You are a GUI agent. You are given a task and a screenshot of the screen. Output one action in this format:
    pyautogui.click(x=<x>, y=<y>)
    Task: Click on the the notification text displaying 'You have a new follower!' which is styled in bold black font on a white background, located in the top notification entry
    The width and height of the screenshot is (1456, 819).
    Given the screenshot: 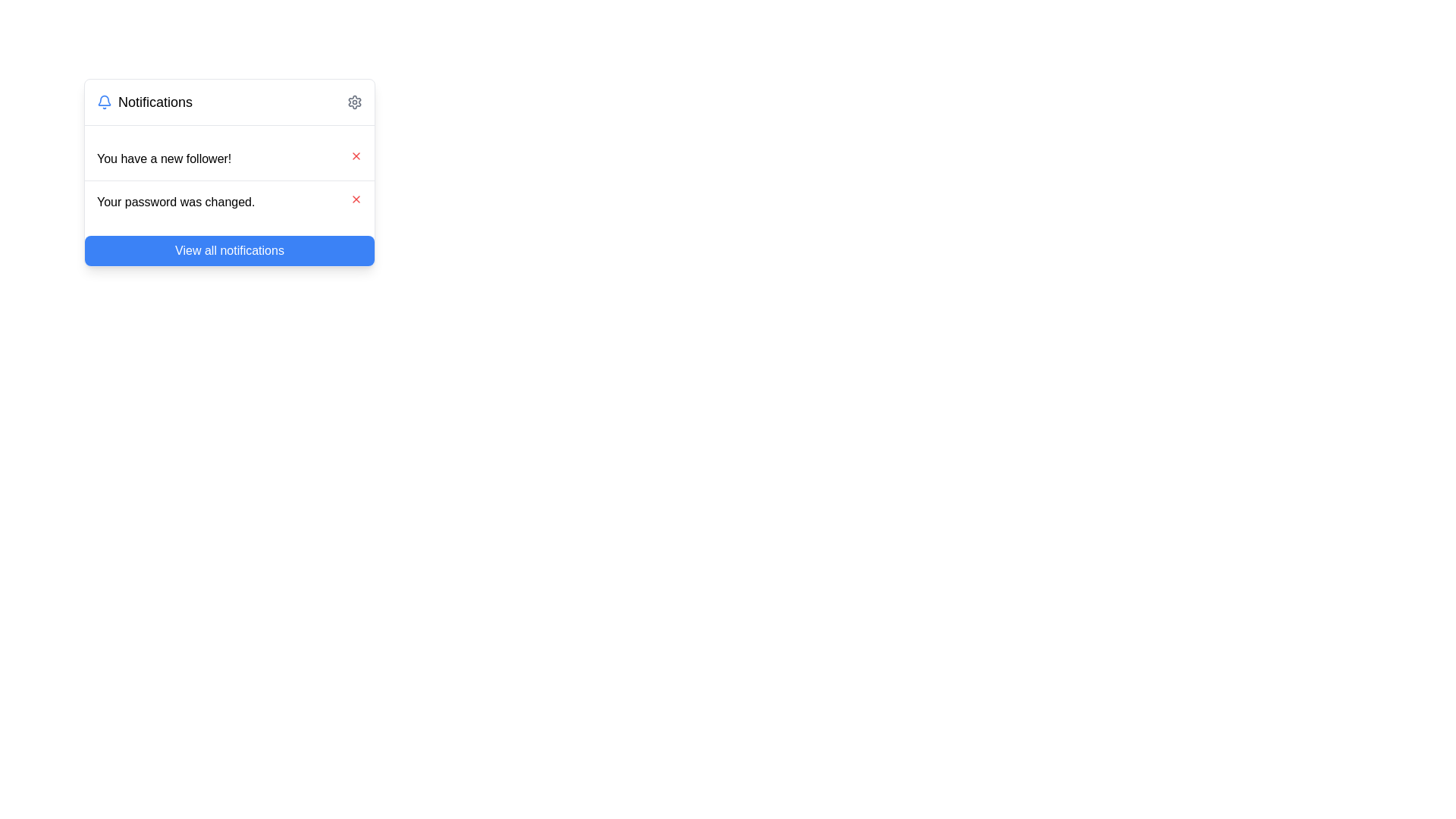 What is the action you would take?
    pyautogui.click(x=164, y=158)
    